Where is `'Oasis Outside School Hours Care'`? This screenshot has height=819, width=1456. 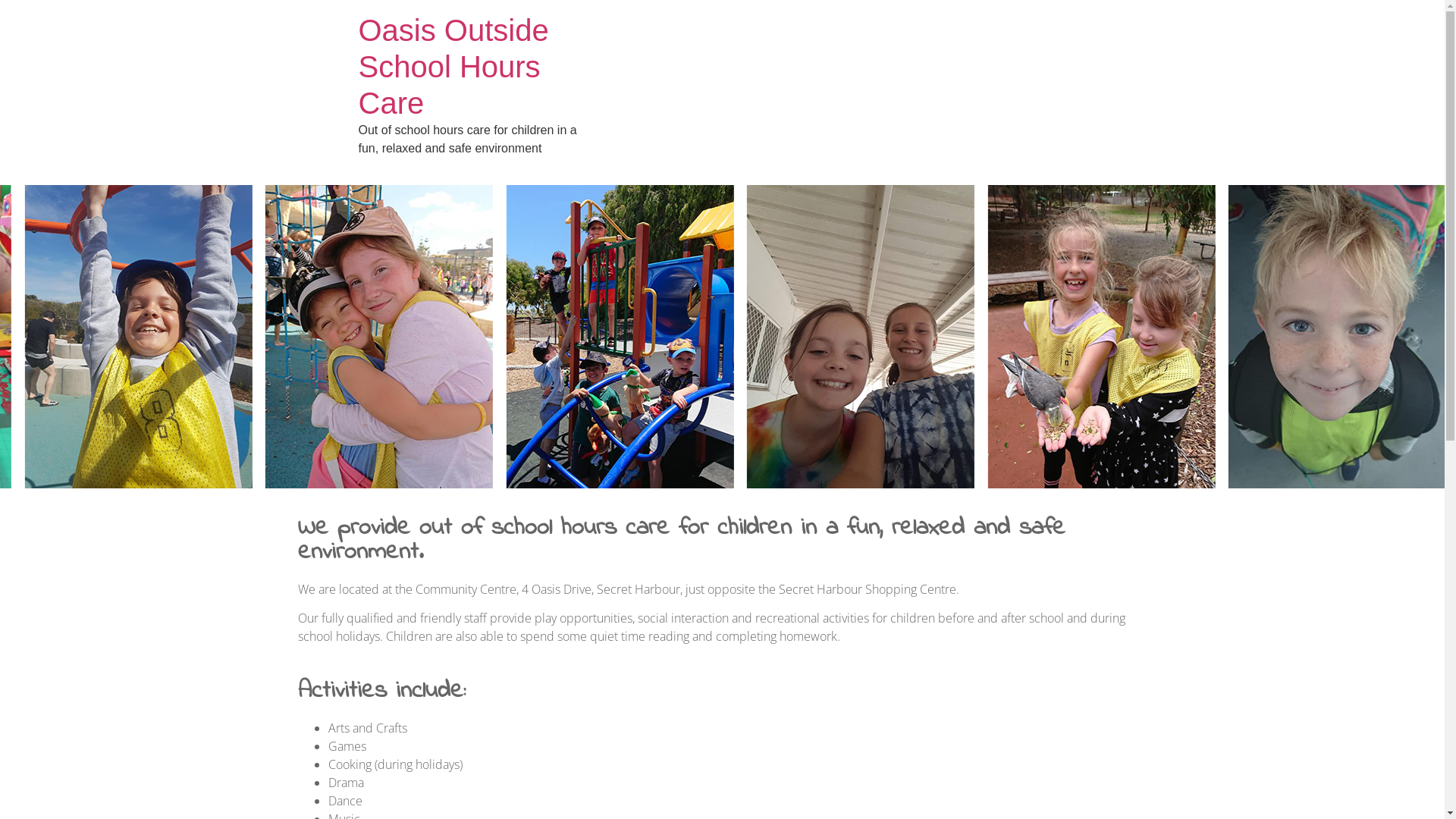 'Oasis Outside School Hours Care' is located at coordinates (452, 66).